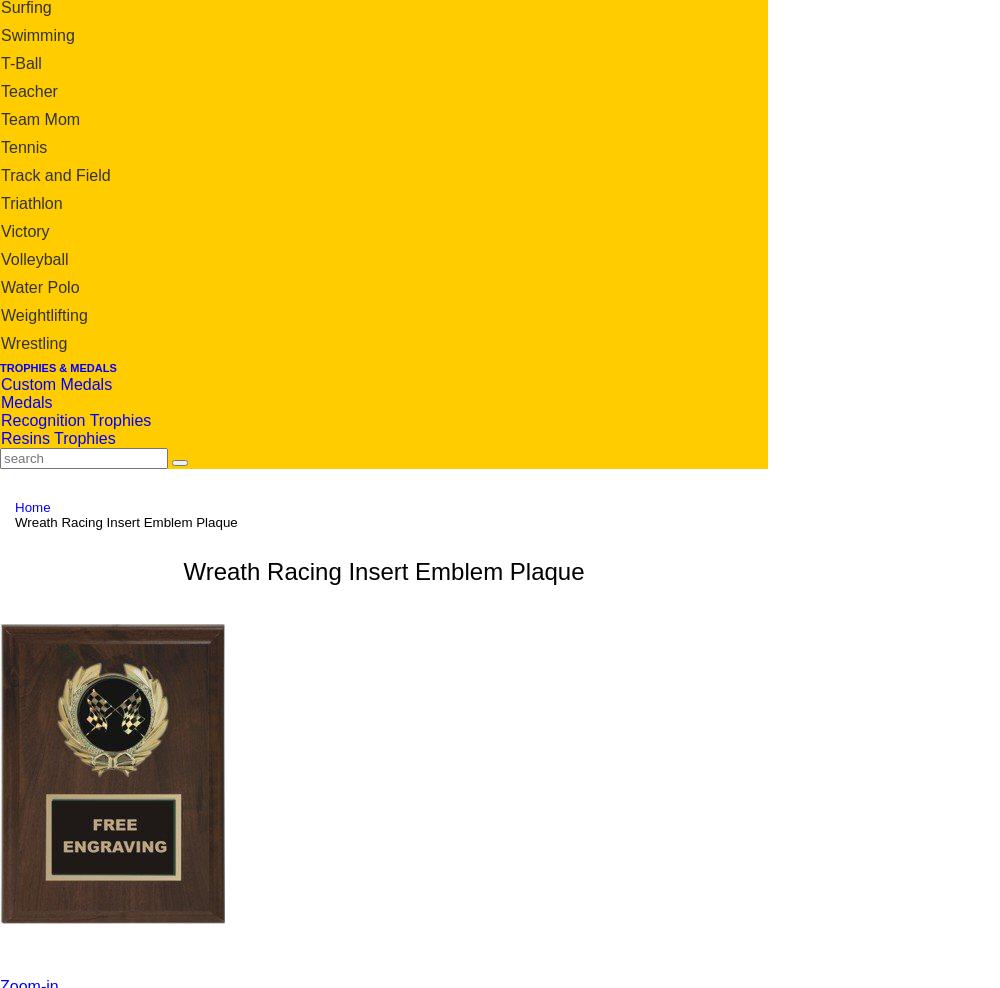  What do you see at coordinates (56, 382) in the screenshot?
I see `'Custom Medals'` at bounding box center [56, 382].